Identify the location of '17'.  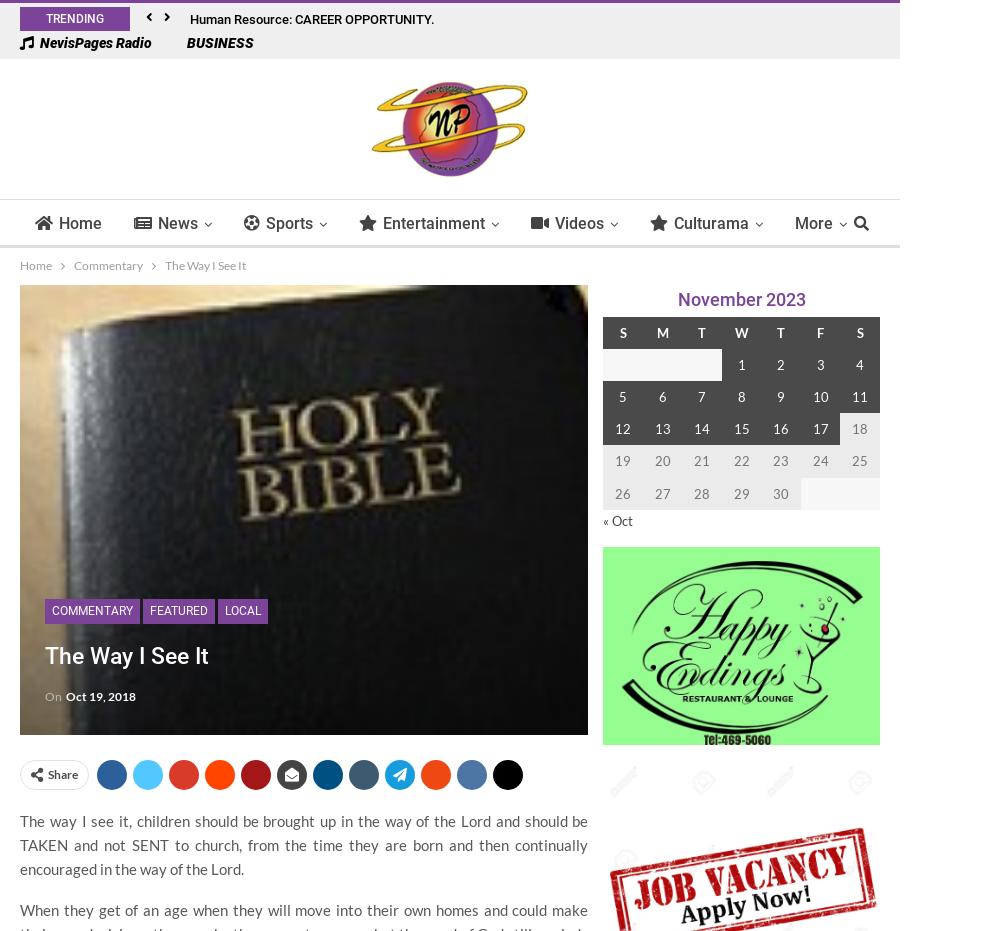
(820, 428).